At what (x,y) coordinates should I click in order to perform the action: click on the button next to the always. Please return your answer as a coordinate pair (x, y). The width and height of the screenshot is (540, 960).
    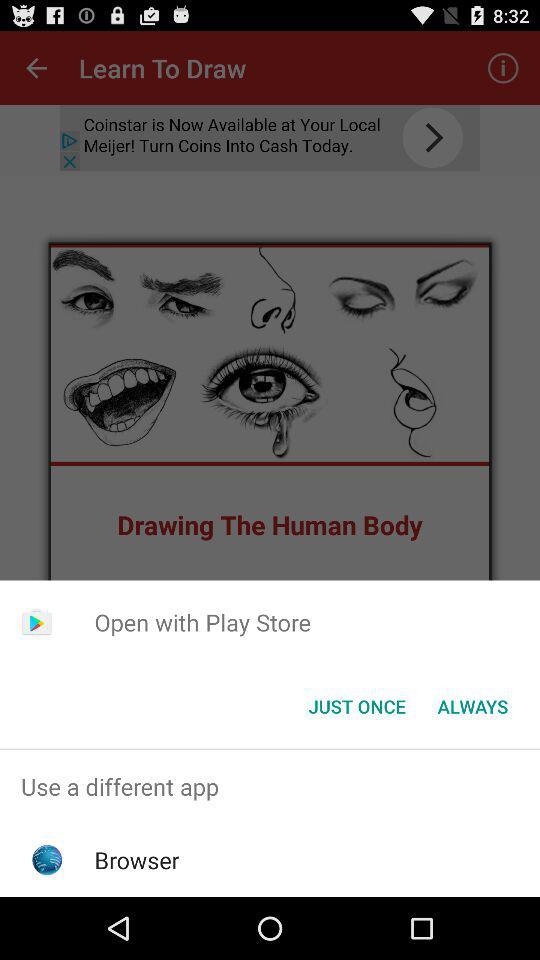
    Looking at the image, I should click on (356, 706).